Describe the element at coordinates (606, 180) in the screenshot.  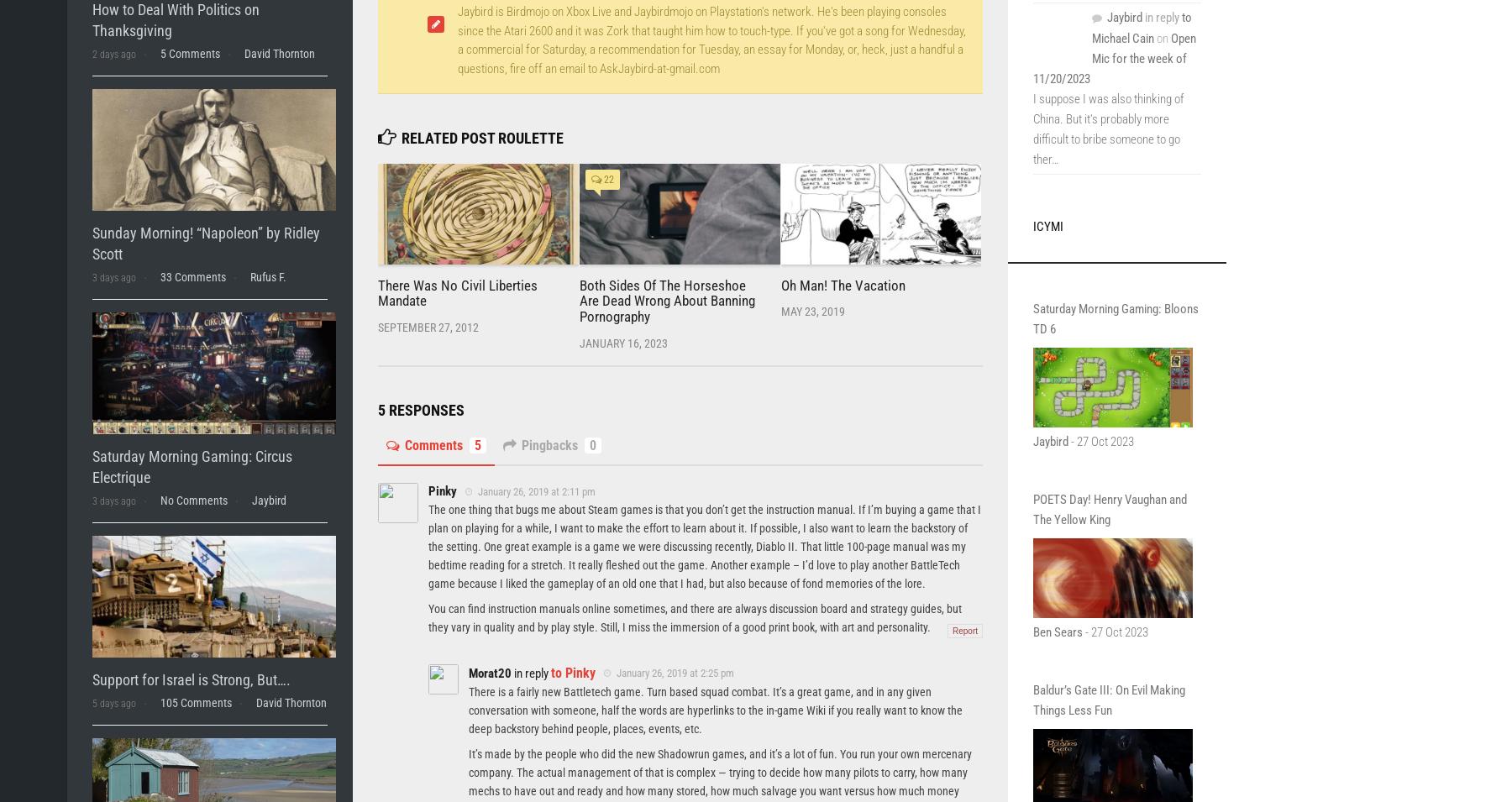
I see `'22'` at that location.